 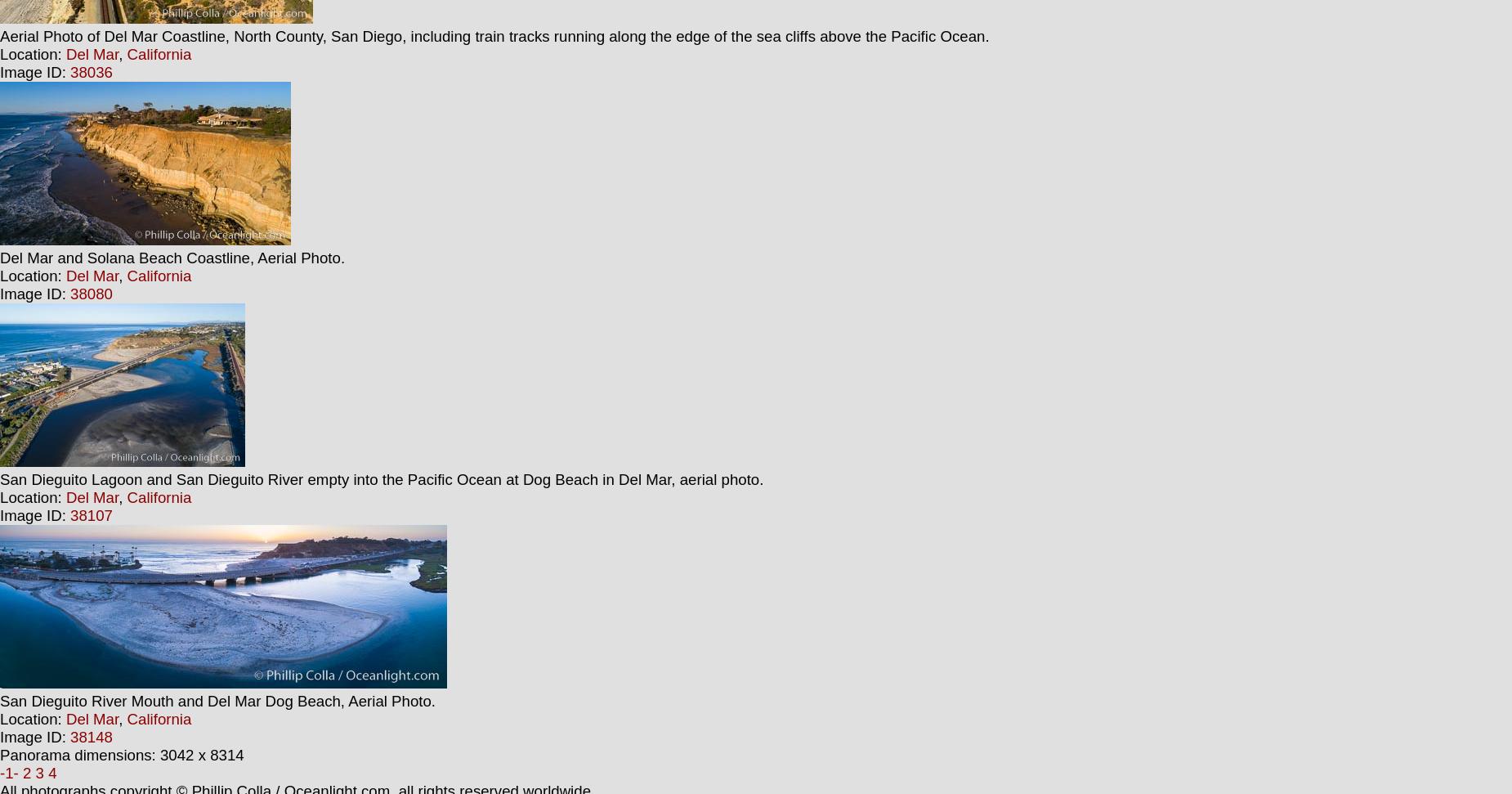 I want to click on 'Aerial Photo of Del Mar Coastline, North County, San Diego, including train tracks running along the edge of the sea cliffs above the Pacific Ocean.', so click(x=0, y=36).